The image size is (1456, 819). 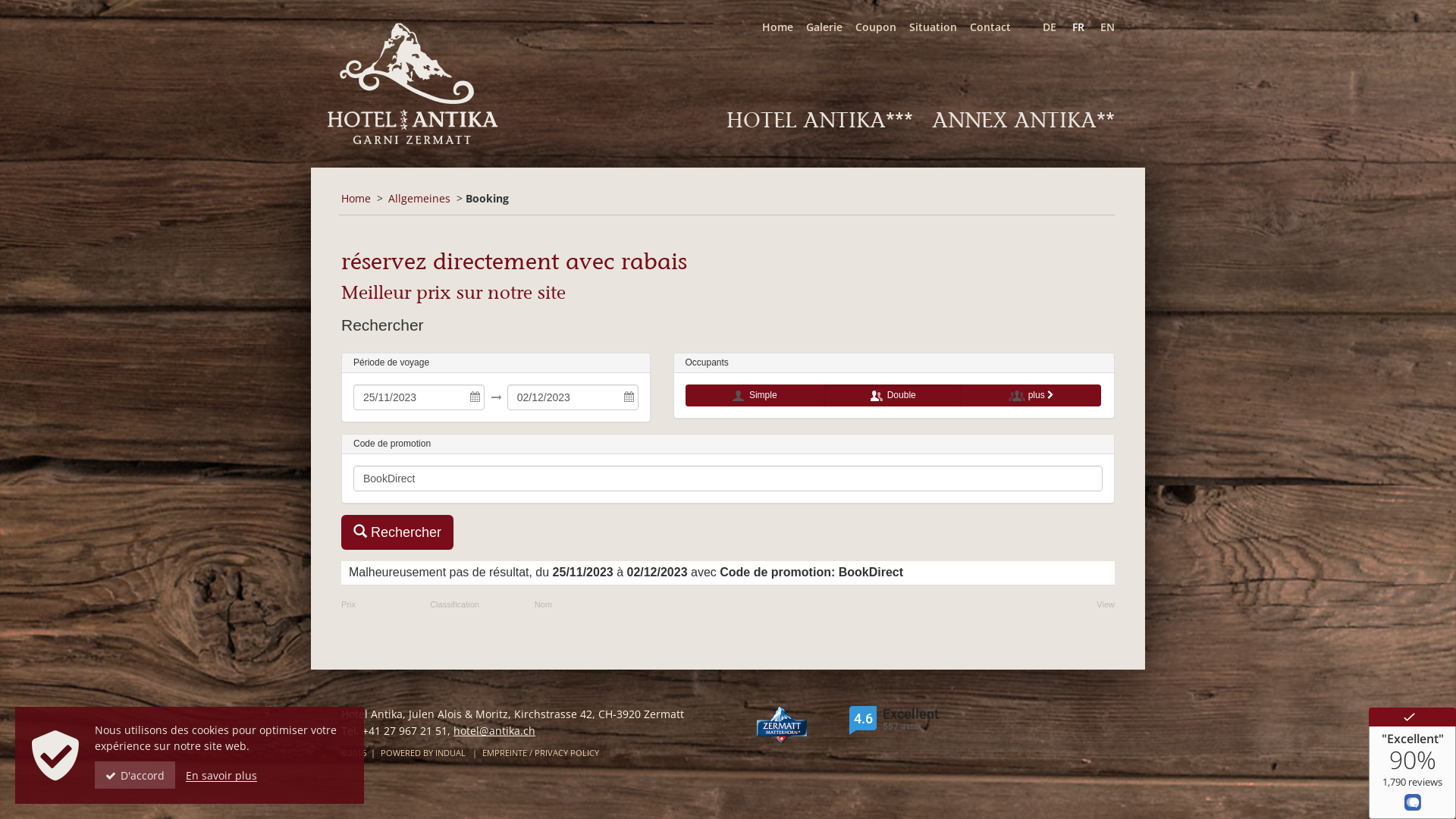 I want to click on 'Home', so click(x=749, y=27).